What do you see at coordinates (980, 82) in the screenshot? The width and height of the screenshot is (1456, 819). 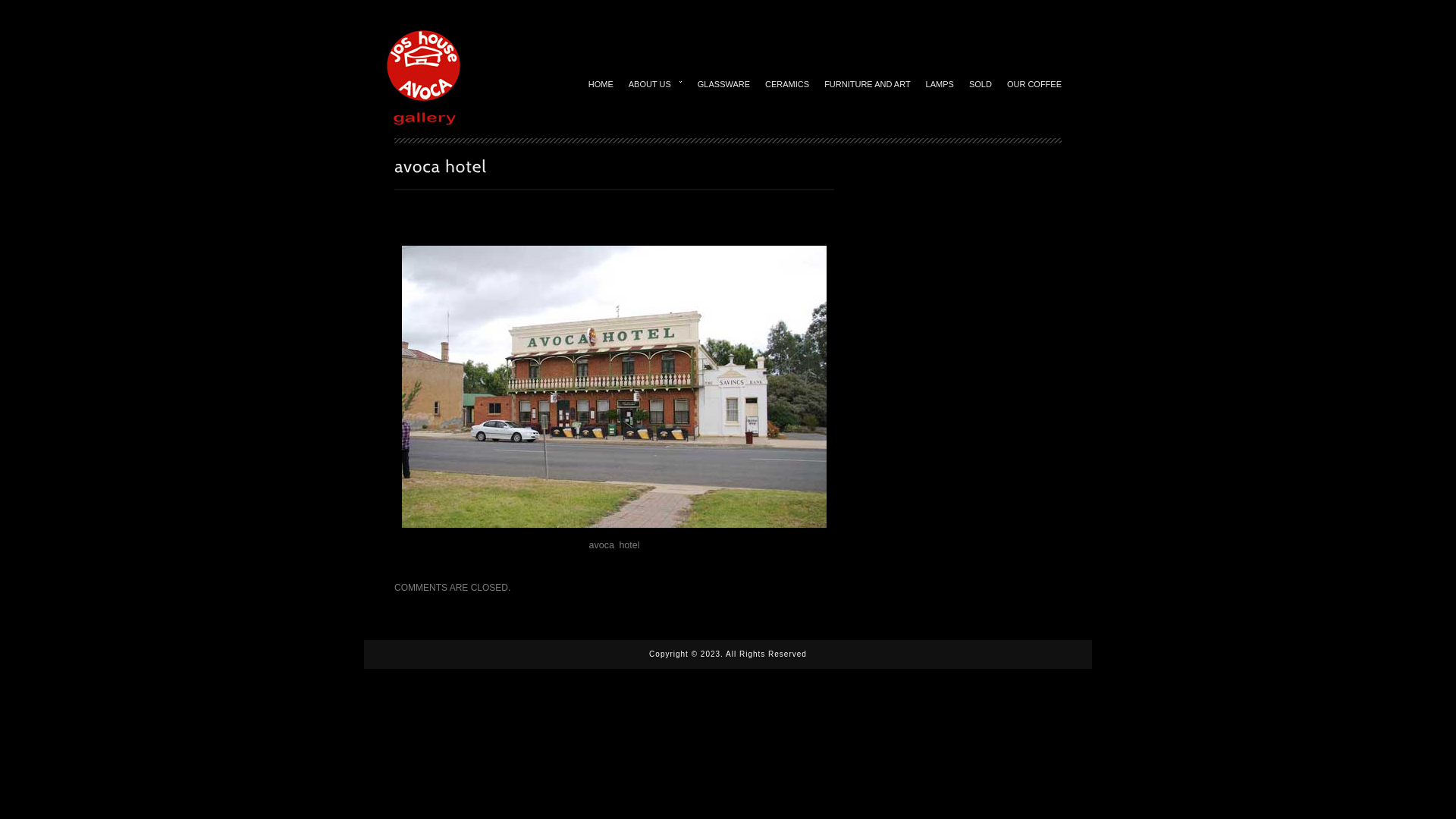 I see `'SOLD'` at bounding box center [980, 82].